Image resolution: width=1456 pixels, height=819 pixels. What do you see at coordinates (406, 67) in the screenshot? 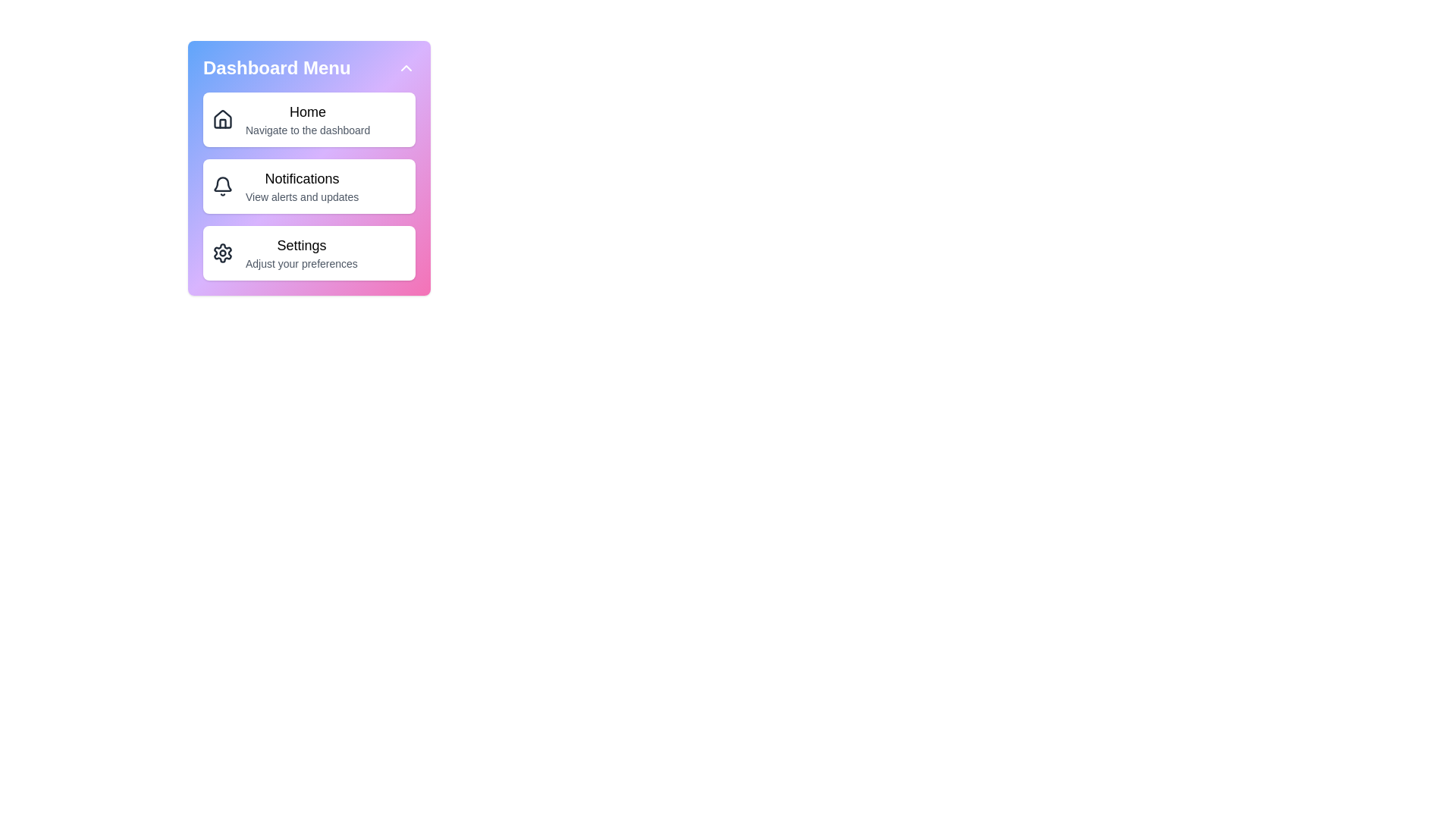
I see `button with the chevron icon to toggle the dashboard menu` at bounding box center [406, 67].